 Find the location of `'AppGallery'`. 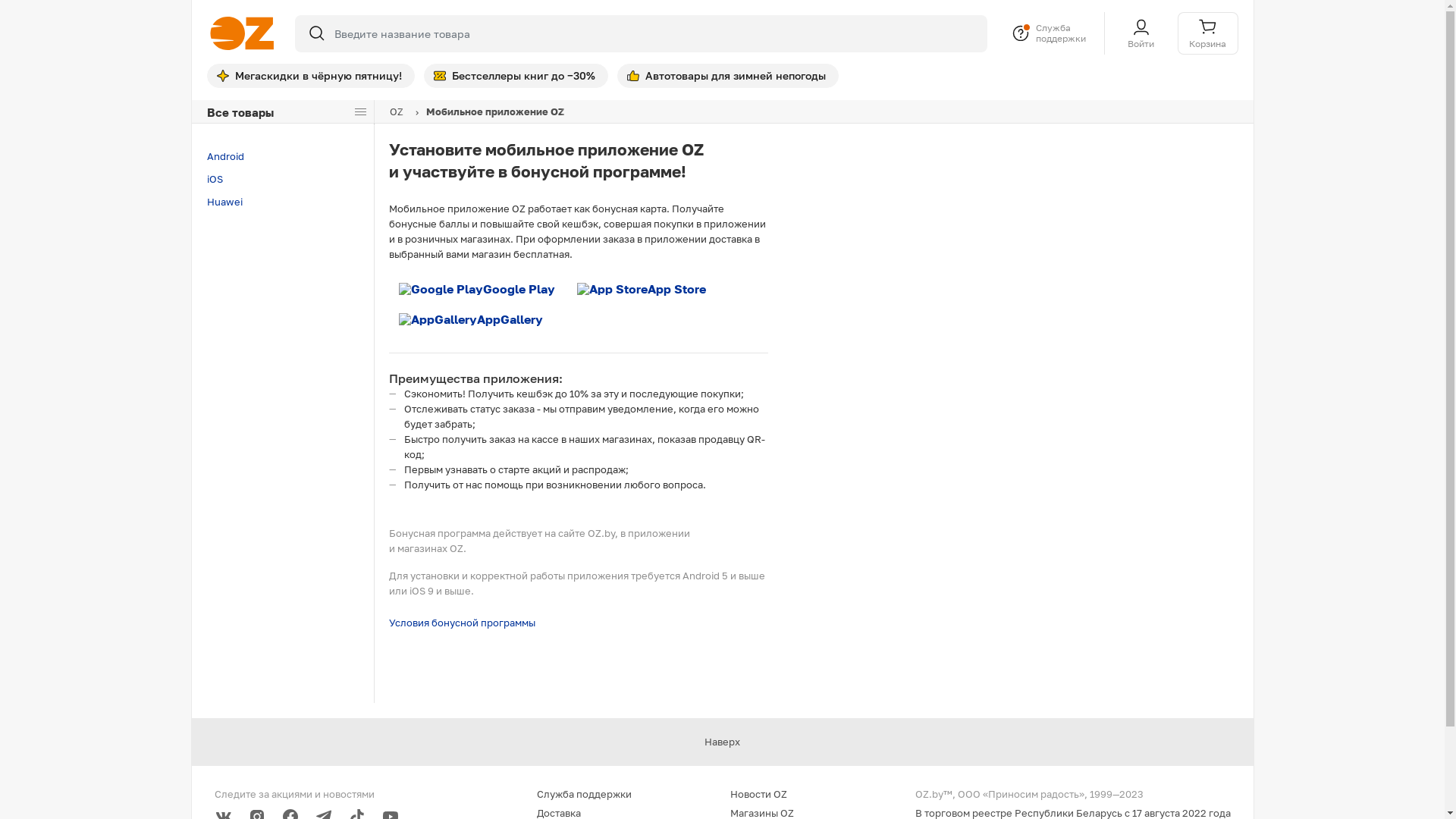

'AppGallery' is located at coordinates (469, 318).